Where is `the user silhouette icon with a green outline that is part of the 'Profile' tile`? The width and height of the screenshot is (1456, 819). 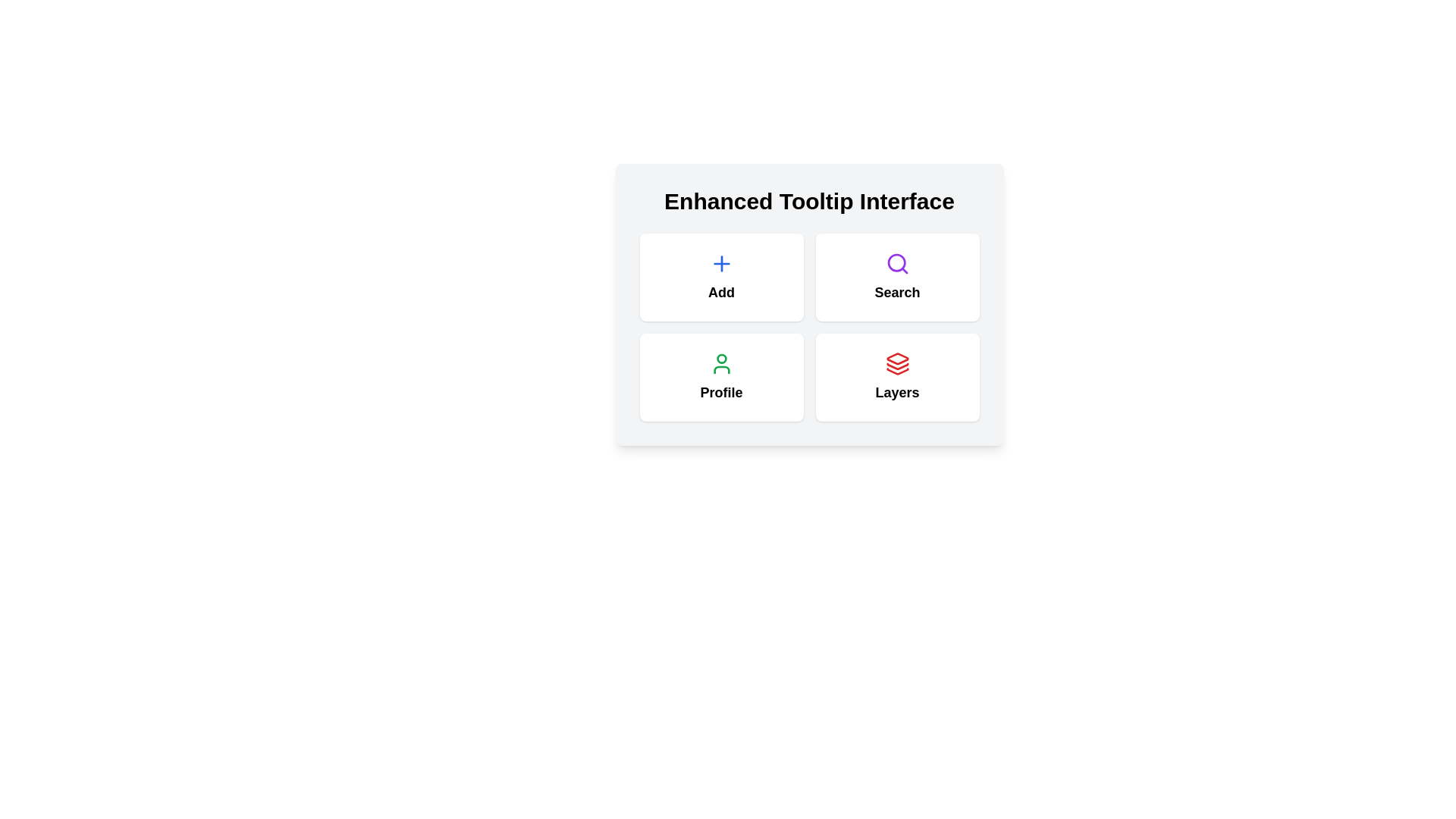
the user silhouette icon with a green outline that is part of the 'Profile' tile is located at coordinates (720, 363).